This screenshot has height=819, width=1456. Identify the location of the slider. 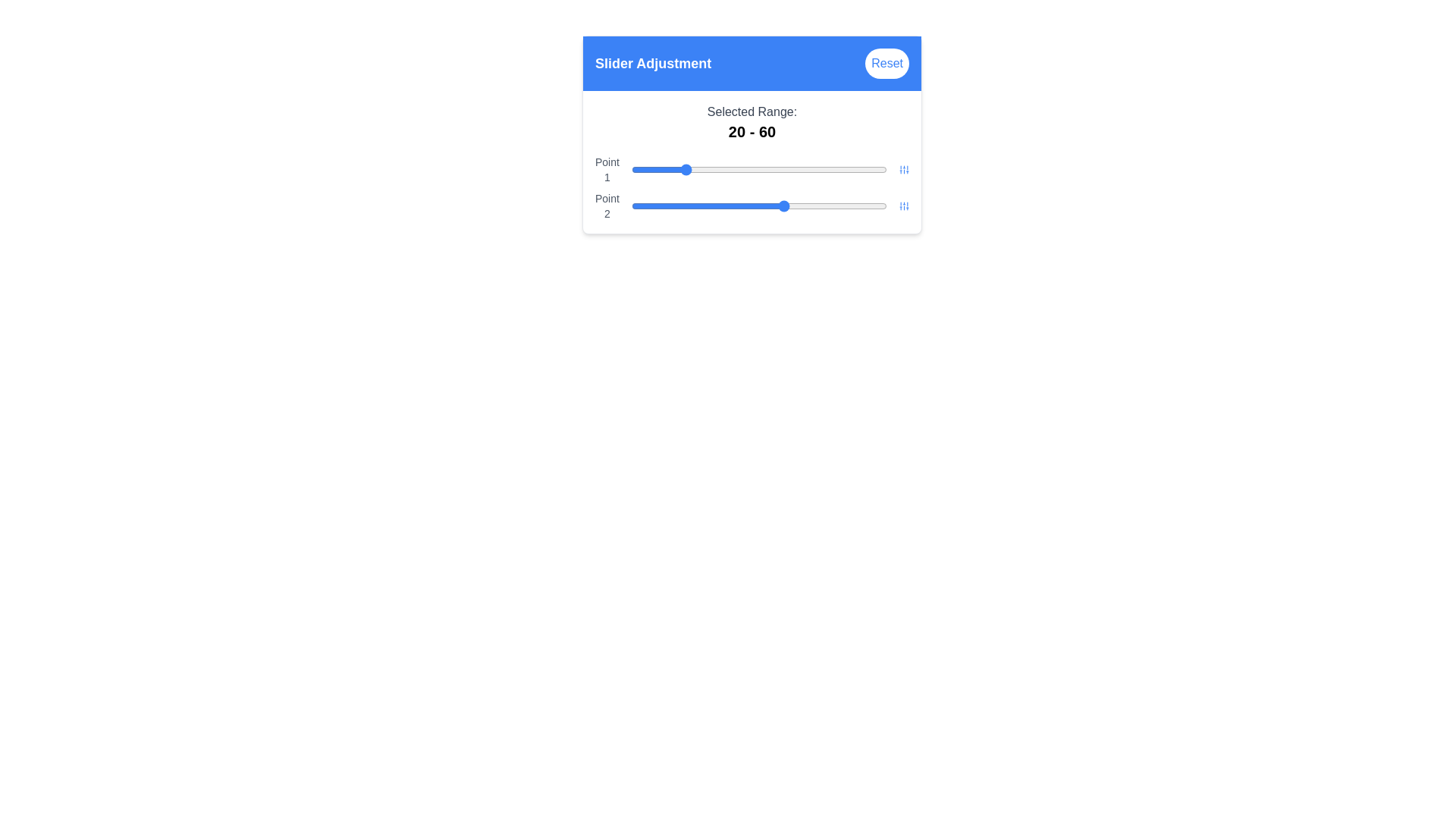
(689, 206).